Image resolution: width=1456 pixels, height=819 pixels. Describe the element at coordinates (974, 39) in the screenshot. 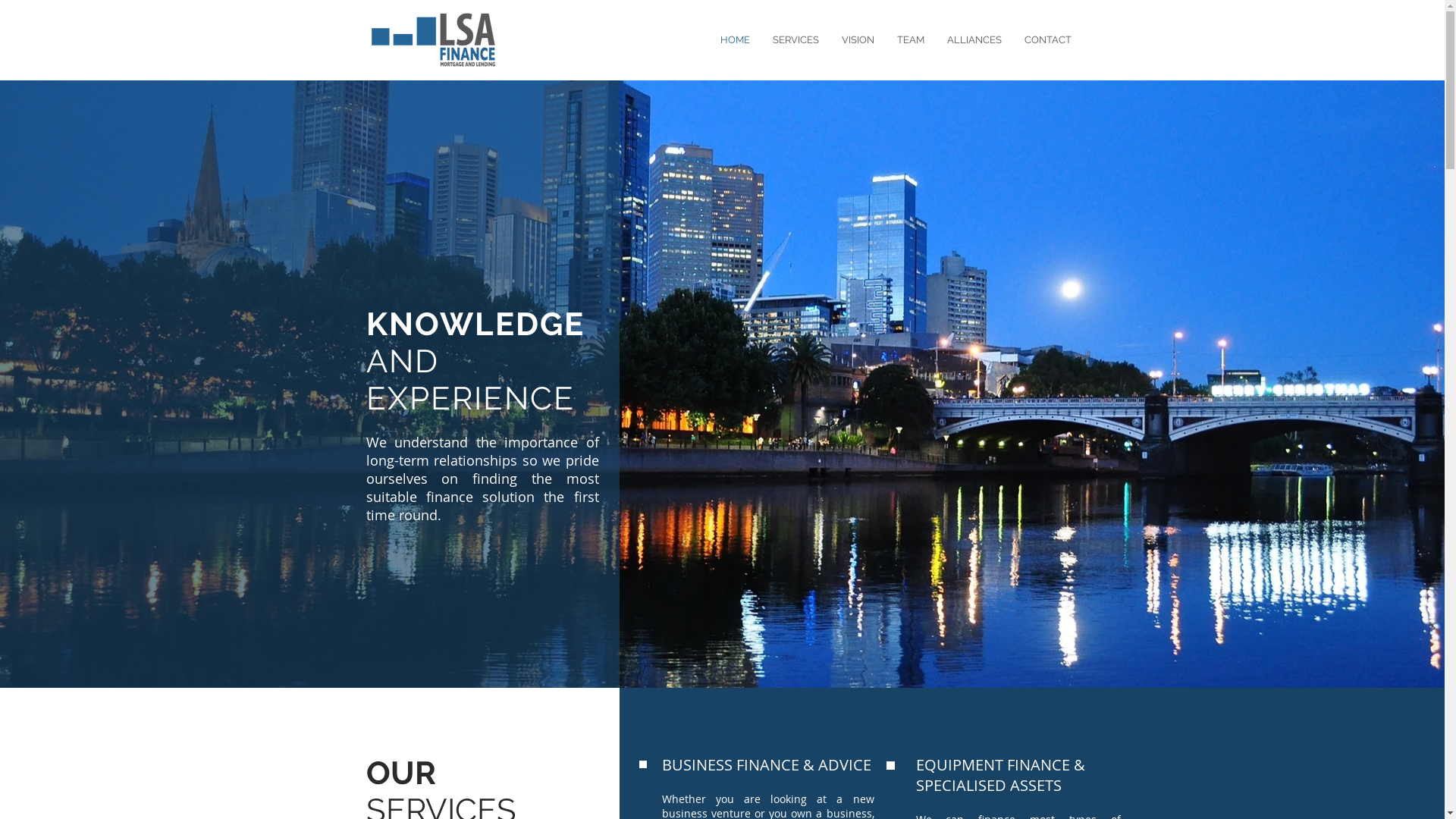

I see `'ALLIANCES'` at that location.